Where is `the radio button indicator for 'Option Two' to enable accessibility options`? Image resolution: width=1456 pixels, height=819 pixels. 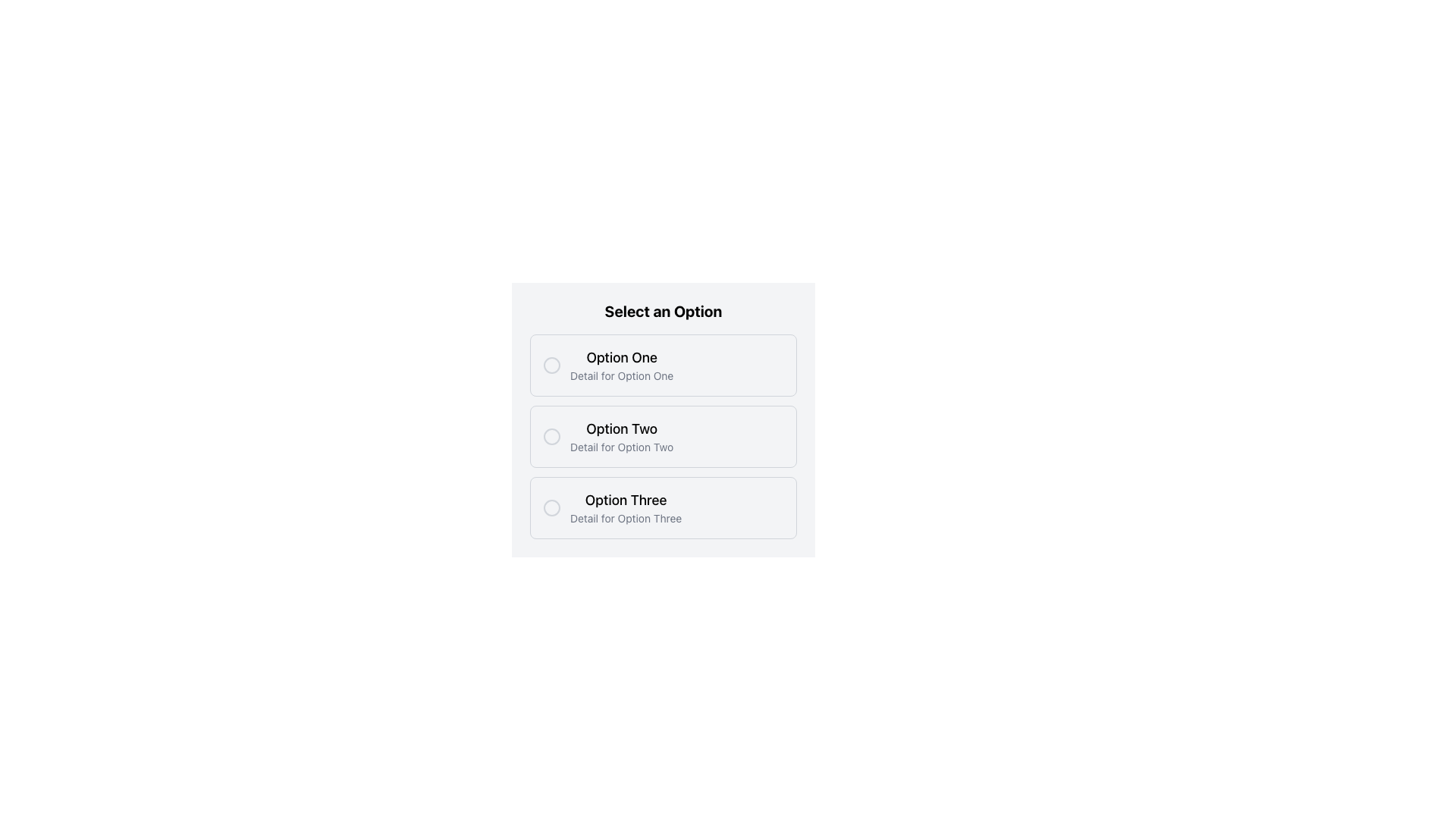 the radio button indicator for 'Option Two' to enable accessibility options is located at coordinates (551, 436).